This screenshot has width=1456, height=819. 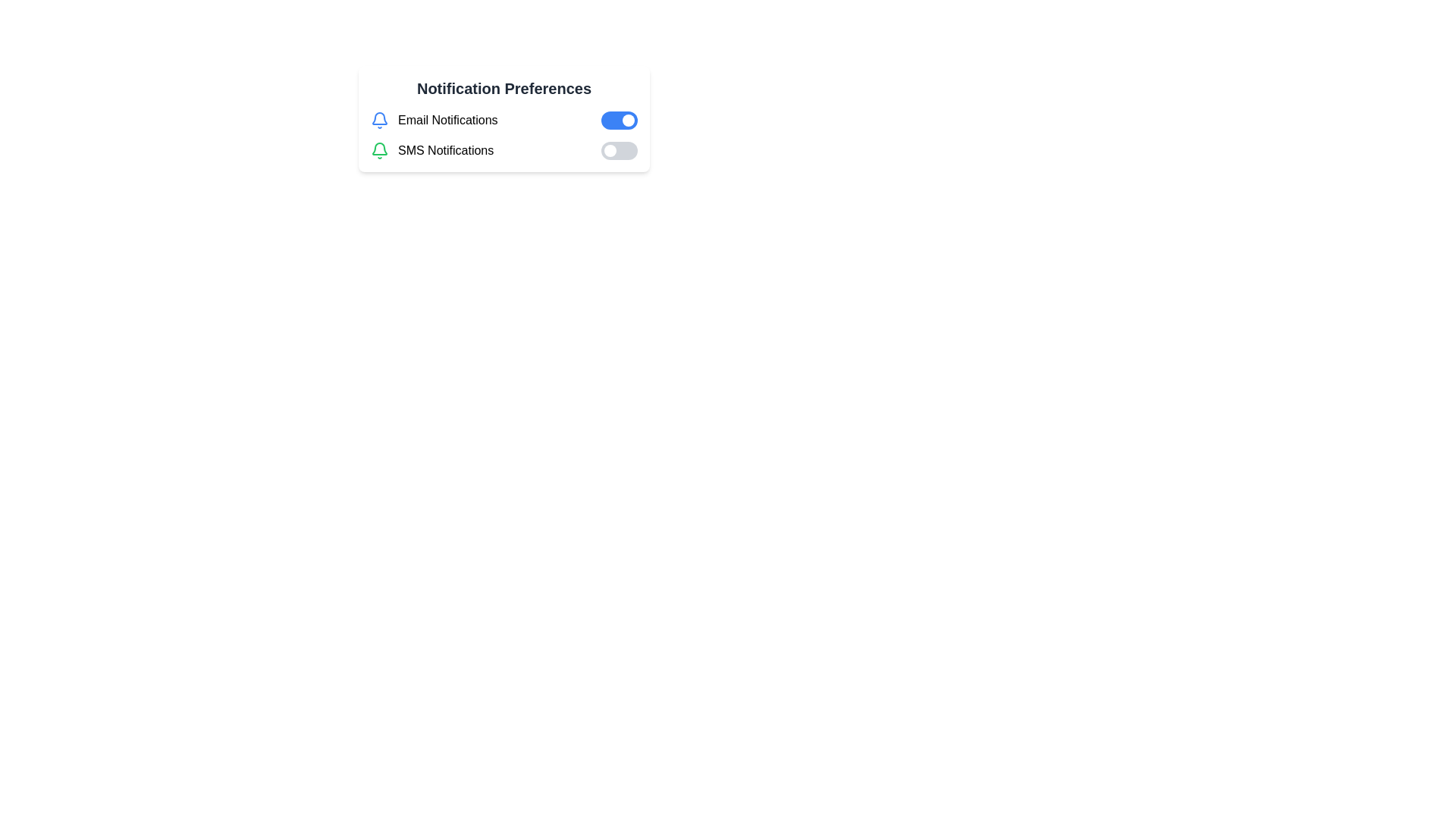 What do you see at coordinates (504, 118) in the screenshot?
I see `the toggle switch for email notifications in the Notification preference card` at bounding box center [504, 118].